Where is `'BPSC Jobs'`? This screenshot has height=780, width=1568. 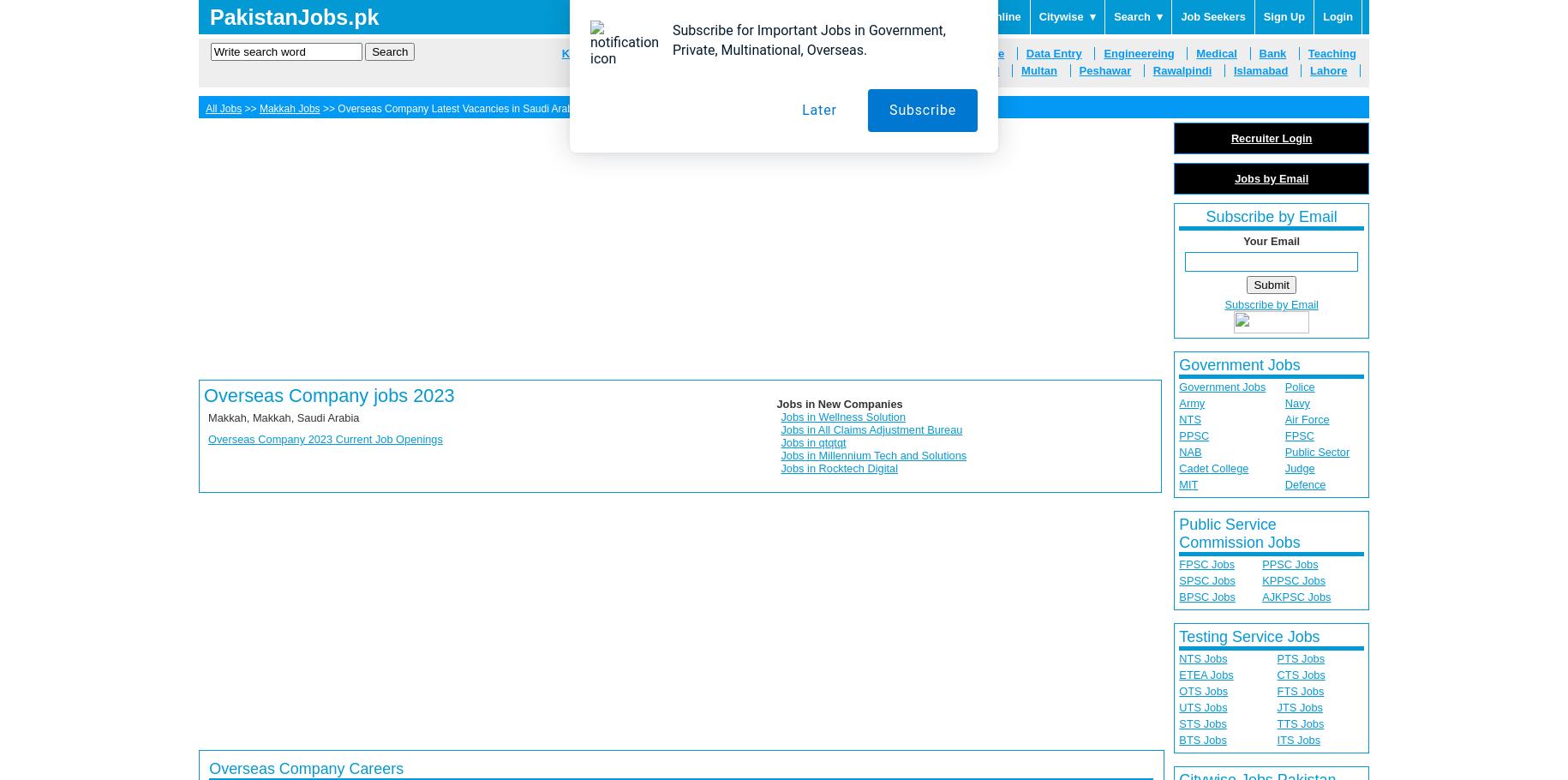 'BPSC Jobs' is located at coordinates (1206, 597).